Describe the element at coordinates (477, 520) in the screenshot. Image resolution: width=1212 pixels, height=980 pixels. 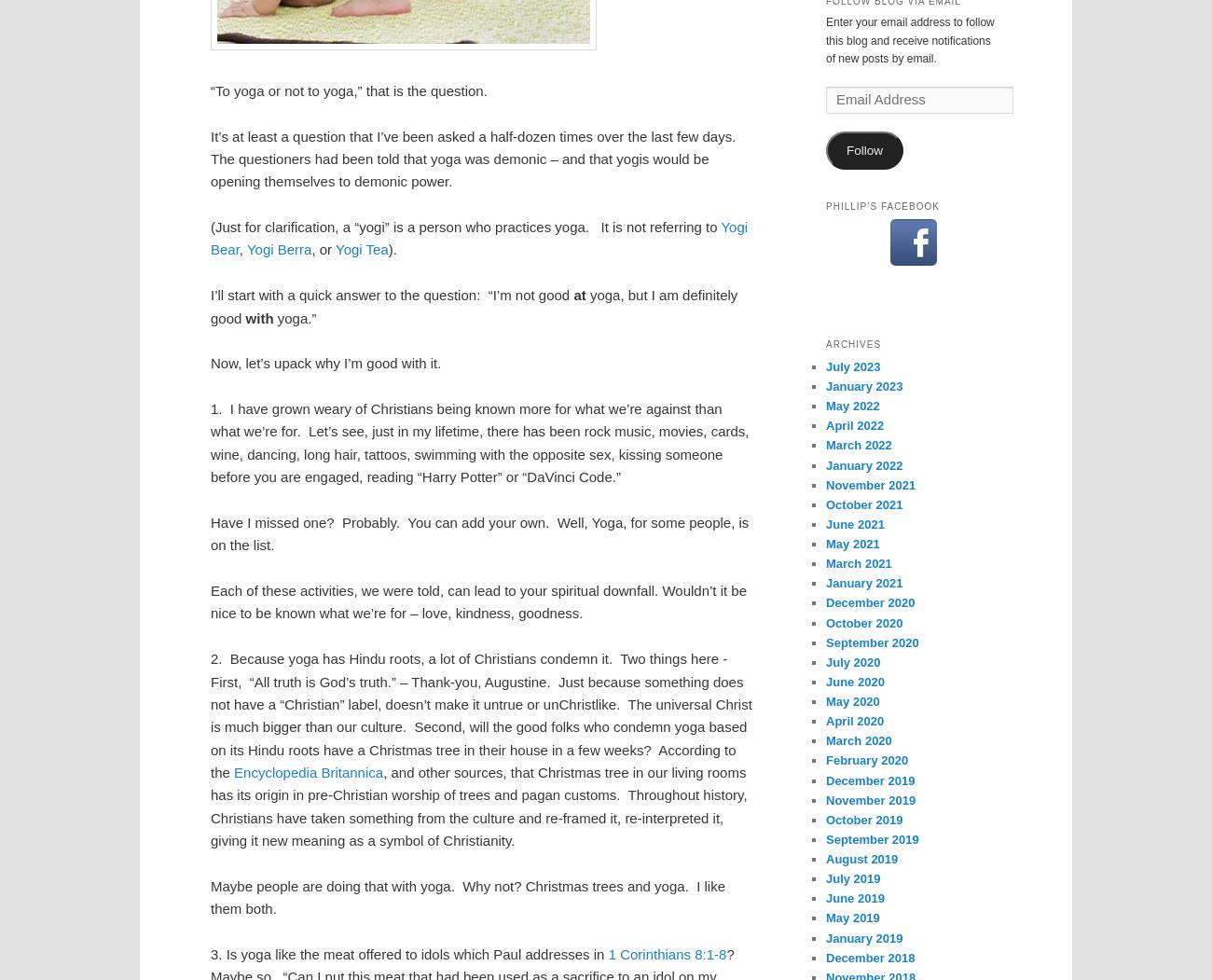
I see `'You can add your own.'` at that location.